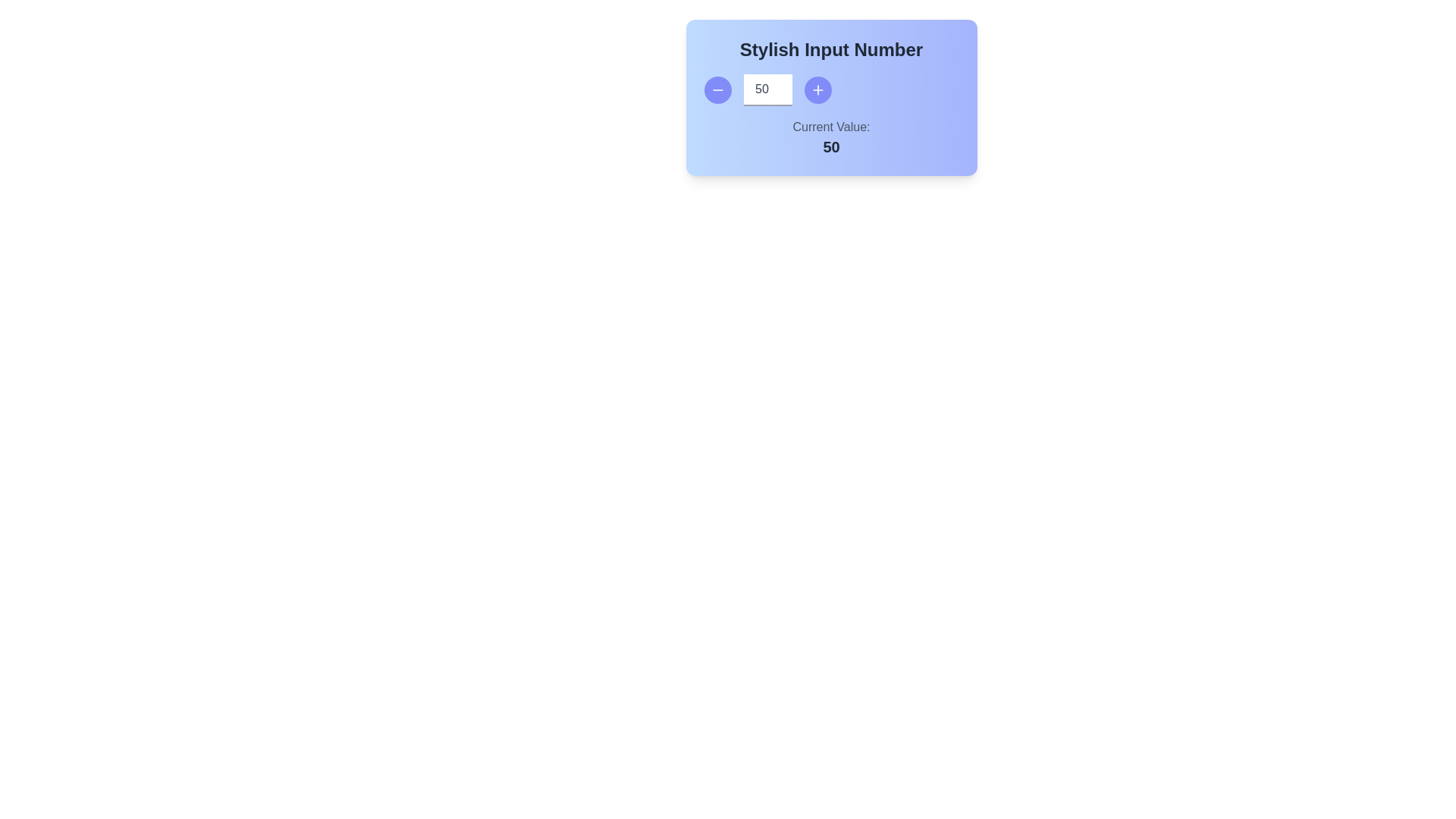  What do you see at coordinates (717, 90) in the screenshot?
I see `the circular button with a minus symbol` at bounding box center [717, 90].